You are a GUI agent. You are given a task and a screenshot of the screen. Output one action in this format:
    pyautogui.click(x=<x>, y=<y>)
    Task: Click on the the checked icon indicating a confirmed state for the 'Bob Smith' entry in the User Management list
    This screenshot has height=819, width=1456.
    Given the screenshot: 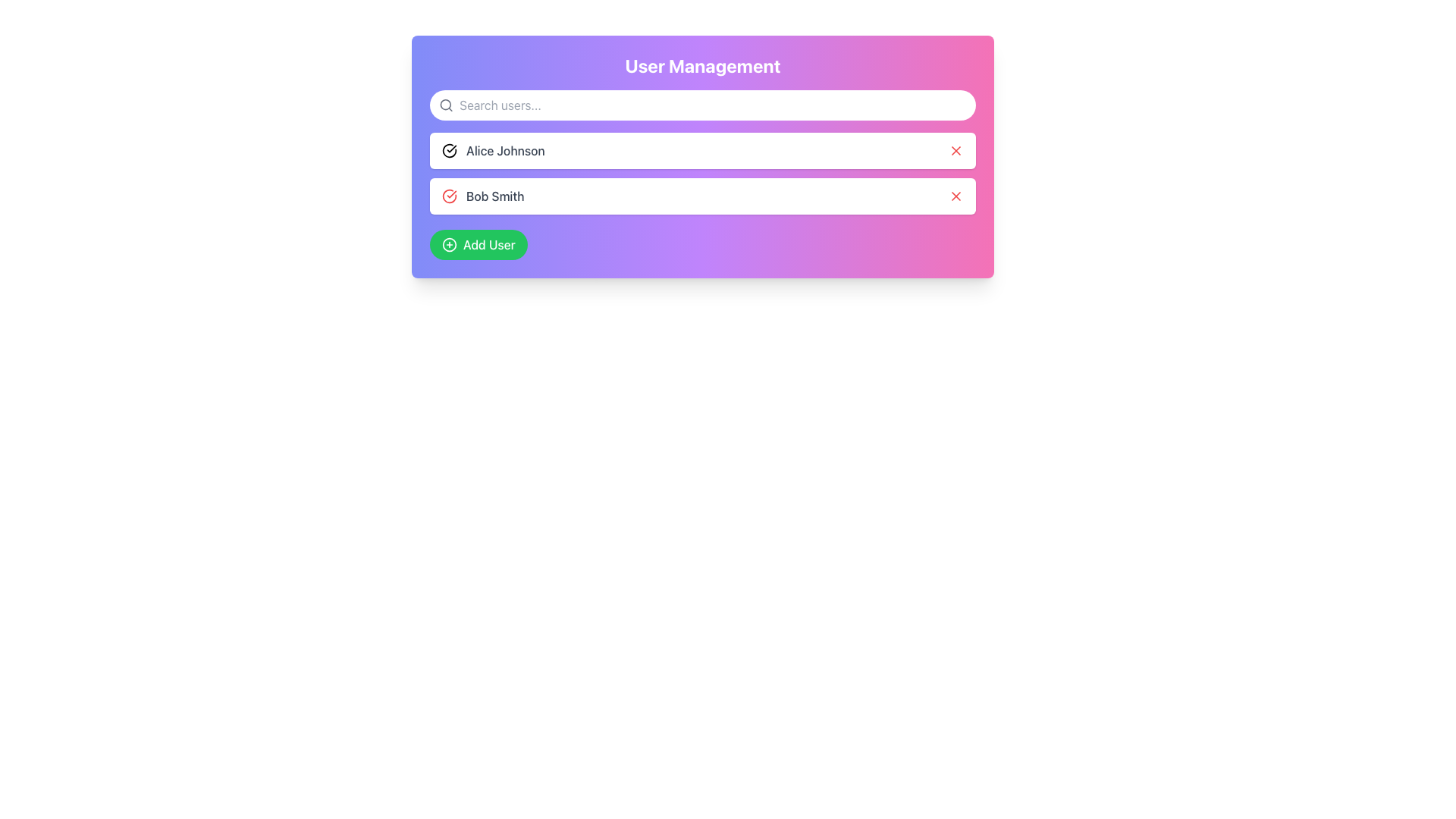 What is the action you would take?
    pyautogui.click(x=449, y=195)
    